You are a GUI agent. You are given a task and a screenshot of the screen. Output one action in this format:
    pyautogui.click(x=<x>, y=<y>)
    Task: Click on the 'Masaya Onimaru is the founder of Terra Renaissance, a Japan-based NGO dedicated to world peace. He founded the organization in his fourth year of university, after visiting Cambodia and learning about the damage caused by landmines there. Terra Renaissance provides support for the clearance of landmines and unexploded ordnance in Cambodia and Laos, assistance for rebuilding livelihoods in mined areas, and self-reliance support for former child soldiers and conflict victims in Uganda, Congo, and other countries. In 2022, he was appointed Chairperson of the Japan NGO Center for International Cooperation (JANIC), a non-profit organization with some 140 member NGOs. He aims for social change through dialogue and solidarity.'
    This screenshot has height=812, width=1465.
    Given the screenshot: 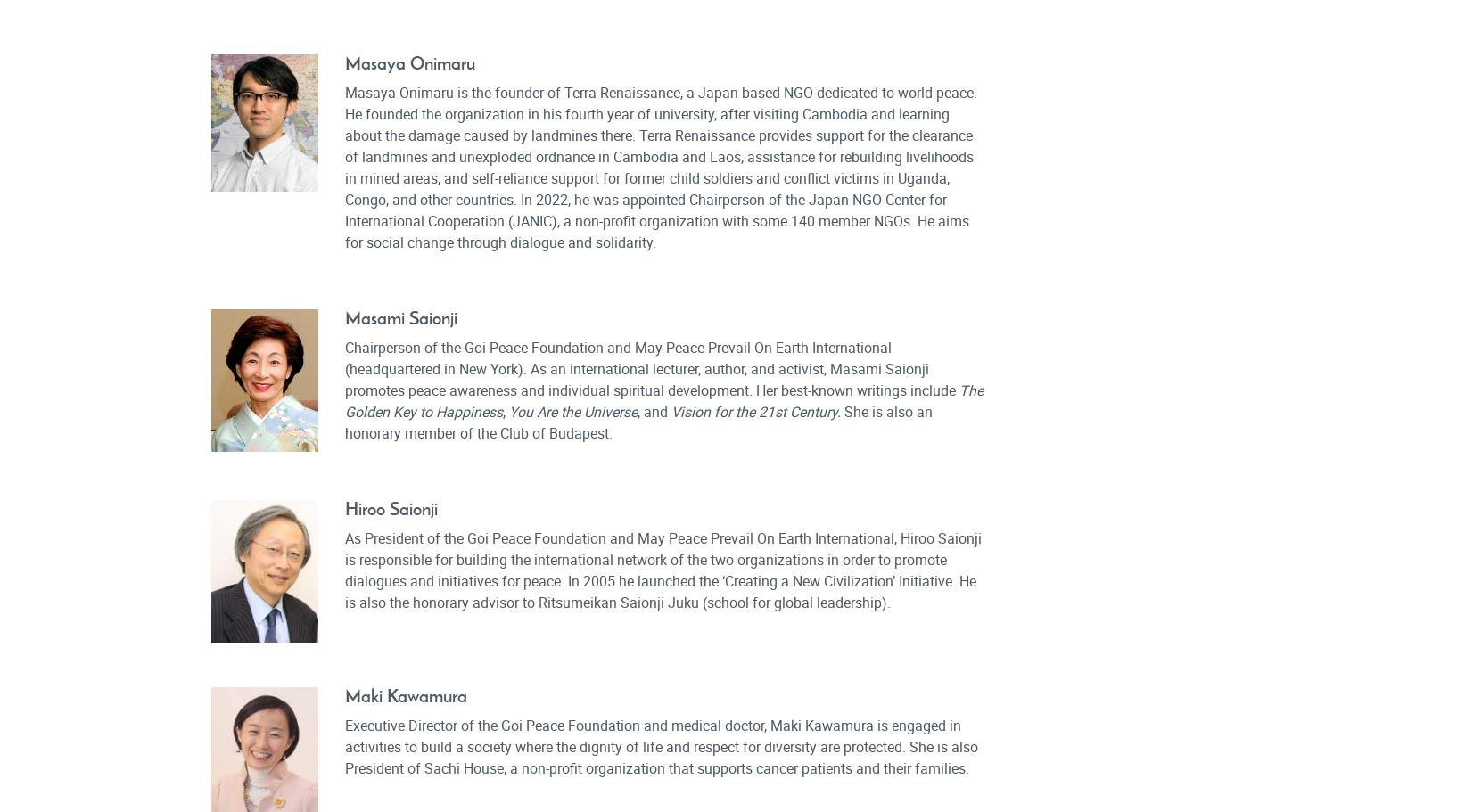 What is the action you would take?
    pyautogui.click(x=660, y=166)
    